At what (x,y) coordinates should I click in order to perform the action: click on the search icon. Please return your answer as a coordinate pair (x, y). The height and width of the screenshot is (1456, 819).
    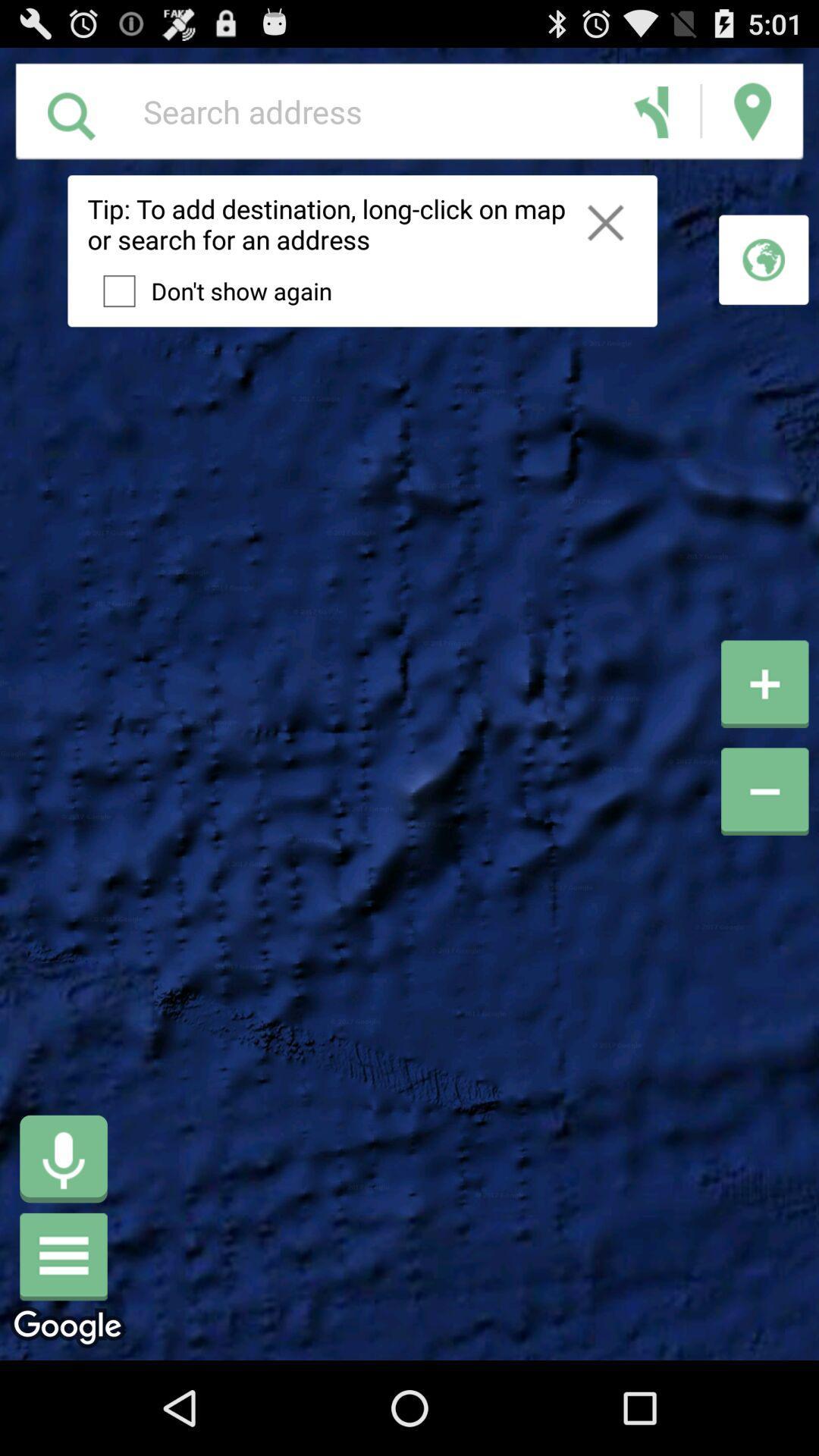
    Looking at the image, I should click on (71, 118).